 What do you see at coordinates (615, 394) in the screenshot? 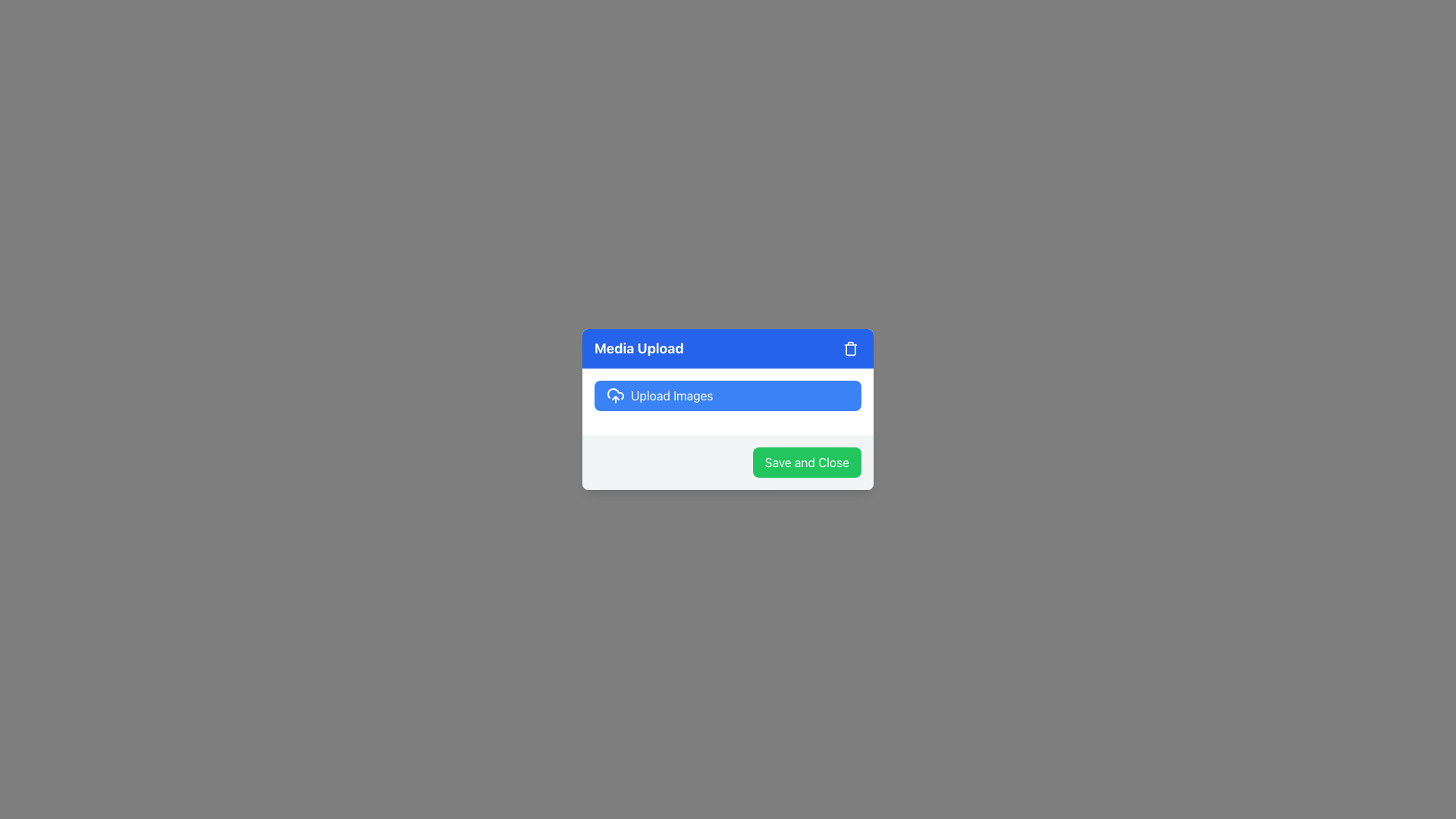
I see `the upload icon located to the left of the 'Upload Images' text within the upload button in the media upload modal` at bounding box center [615, 394].